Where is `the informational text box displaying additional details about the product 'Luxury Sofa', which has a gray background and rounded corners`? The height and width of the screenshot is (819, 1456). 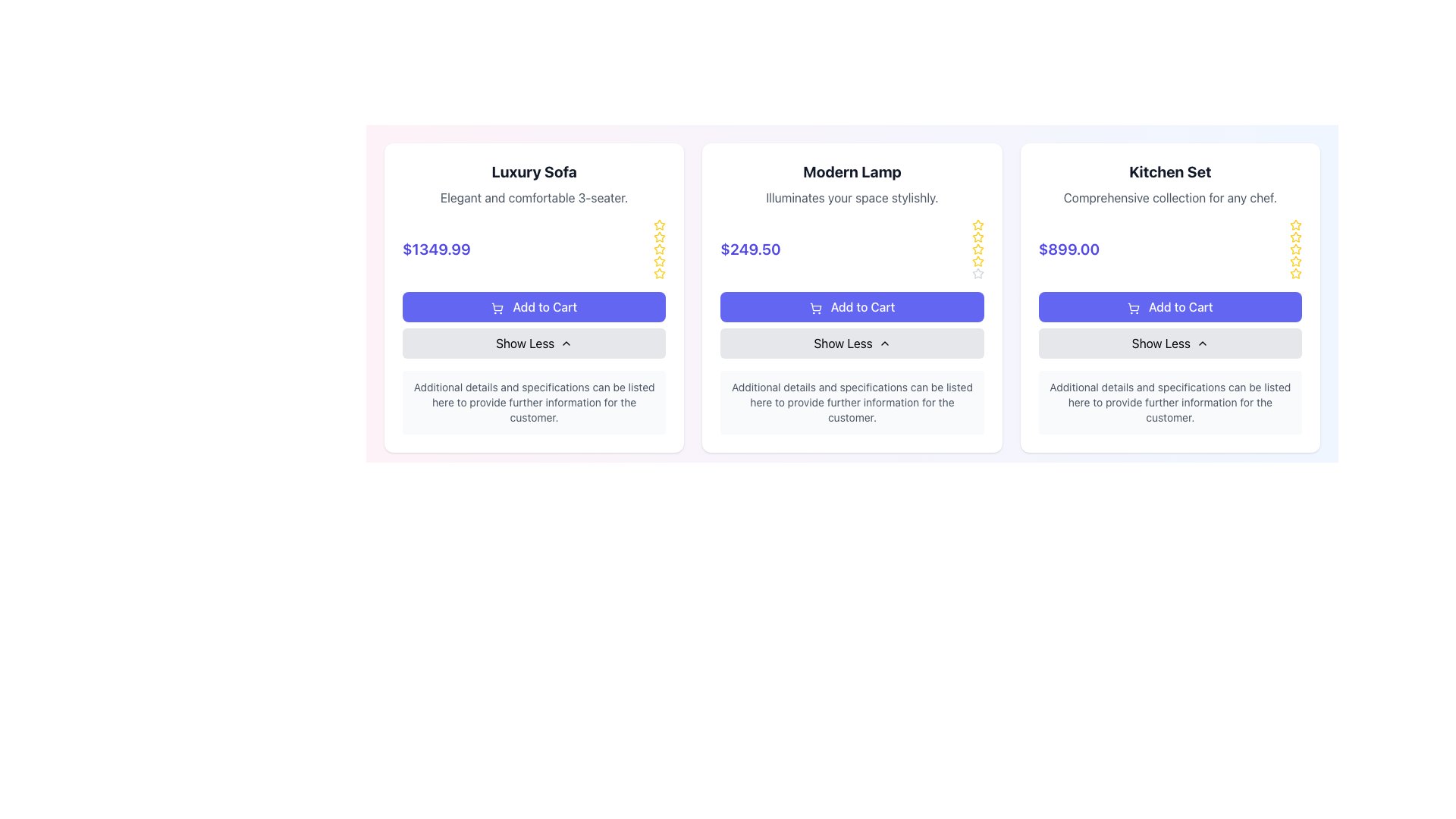
the informational text box displaying additional details about the product 'Luxury Sofa', which has a gray background and rounded corners is located at coordinates (534, 402).